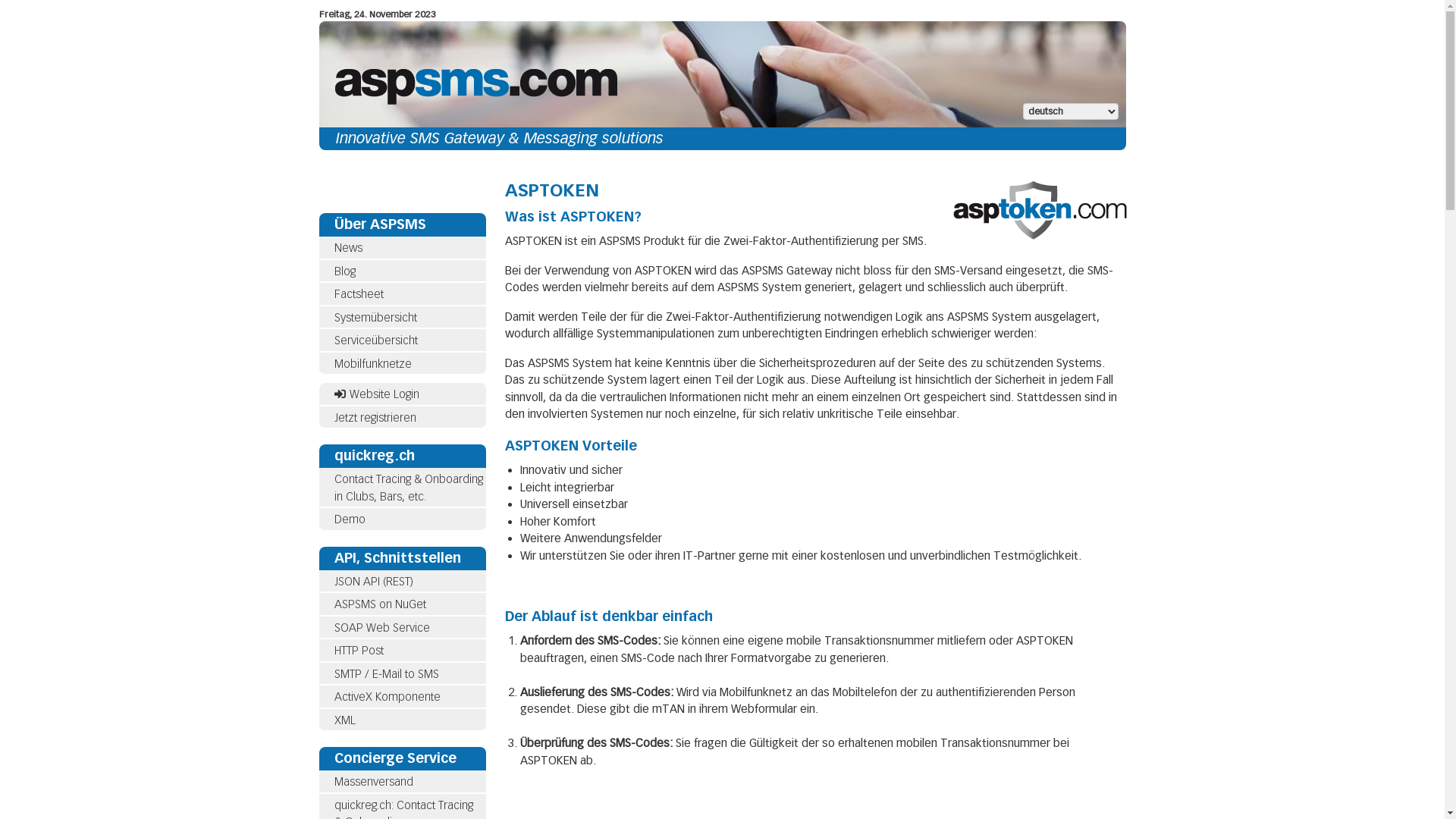 This screenshot has height=819, width=1456. I want to click on 'Contact Tracing & Onboarding, so click(401, 488).